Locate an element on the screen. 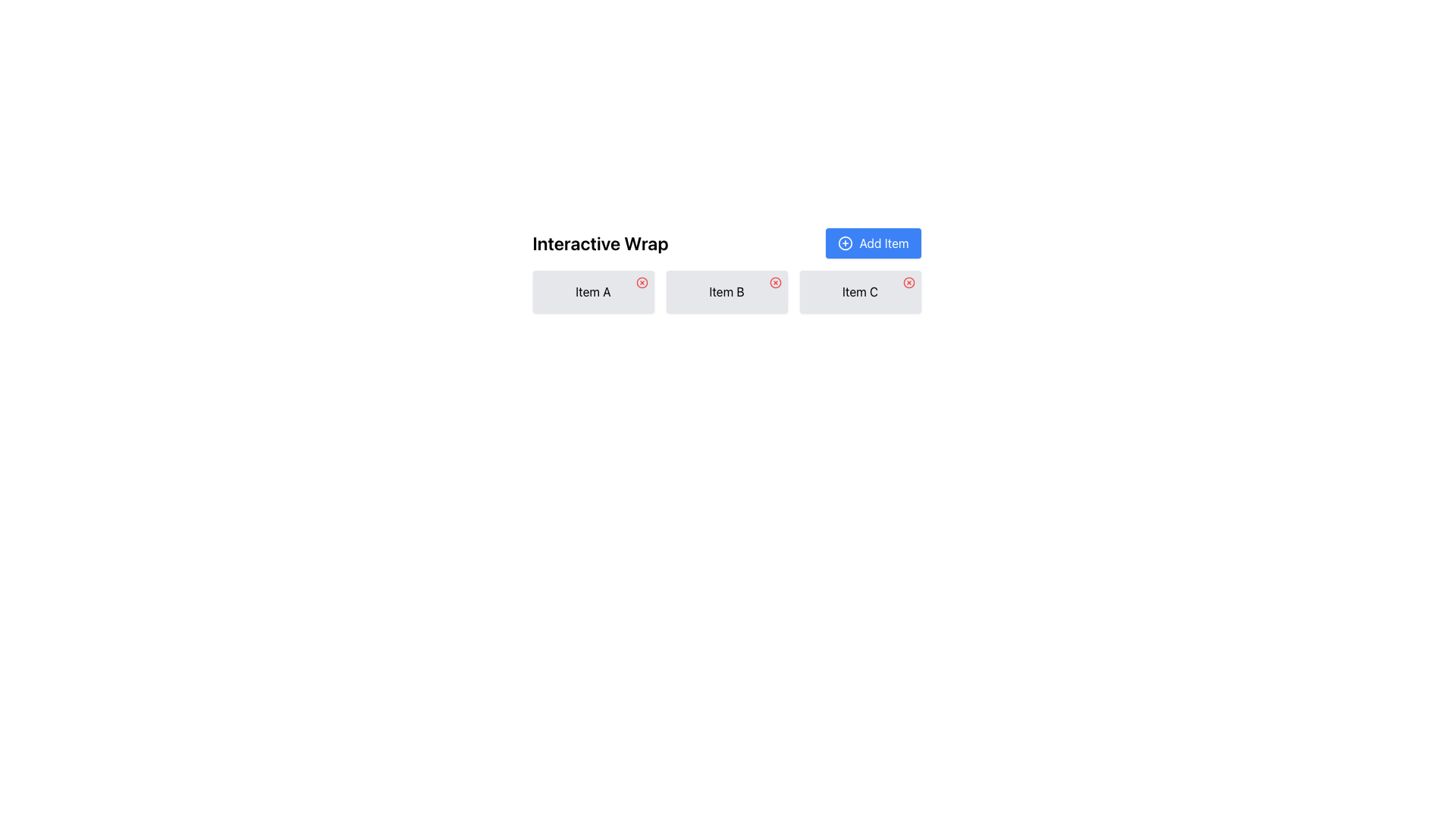 The width and height of the screenshot is (1456, 819). the delete button is located at coordinates (775, 283).